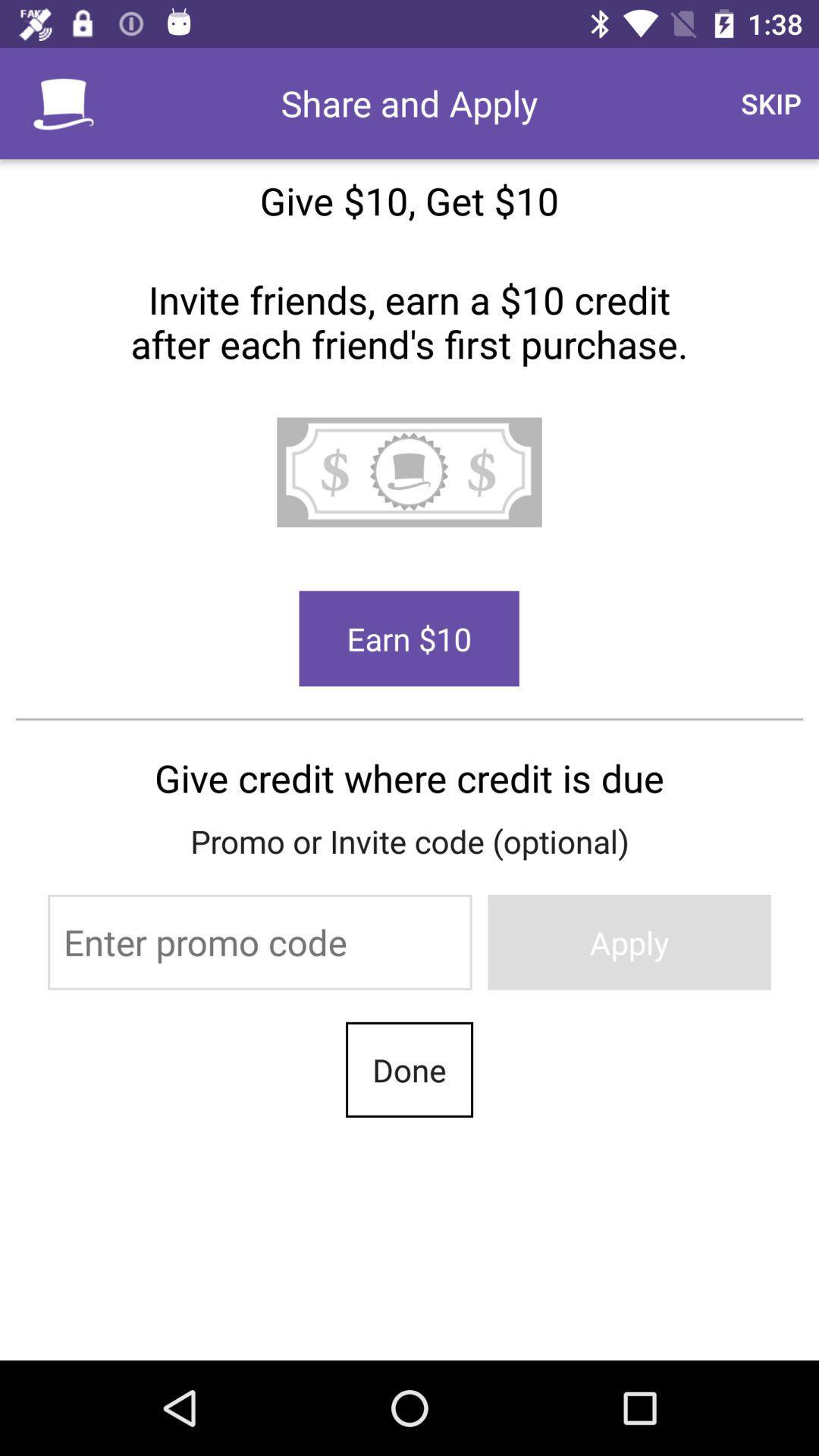 The height and width of the screenshot is (1456, 819). What do you see at coordinates (259, 941) in the screenshot?
I see `text box` at bounding box center [259, 941].